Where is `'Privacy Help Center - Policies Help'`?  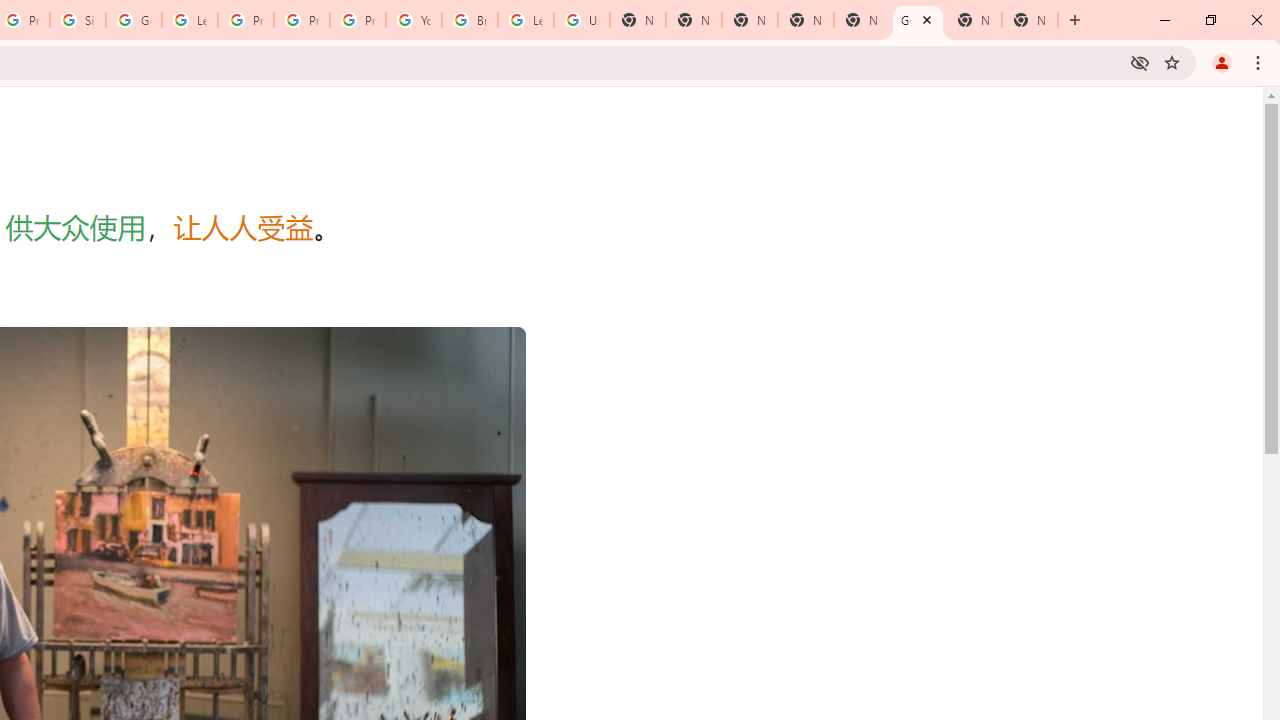 'Privacy Help Center - Policies Help' is located at coordinates (244, 20).